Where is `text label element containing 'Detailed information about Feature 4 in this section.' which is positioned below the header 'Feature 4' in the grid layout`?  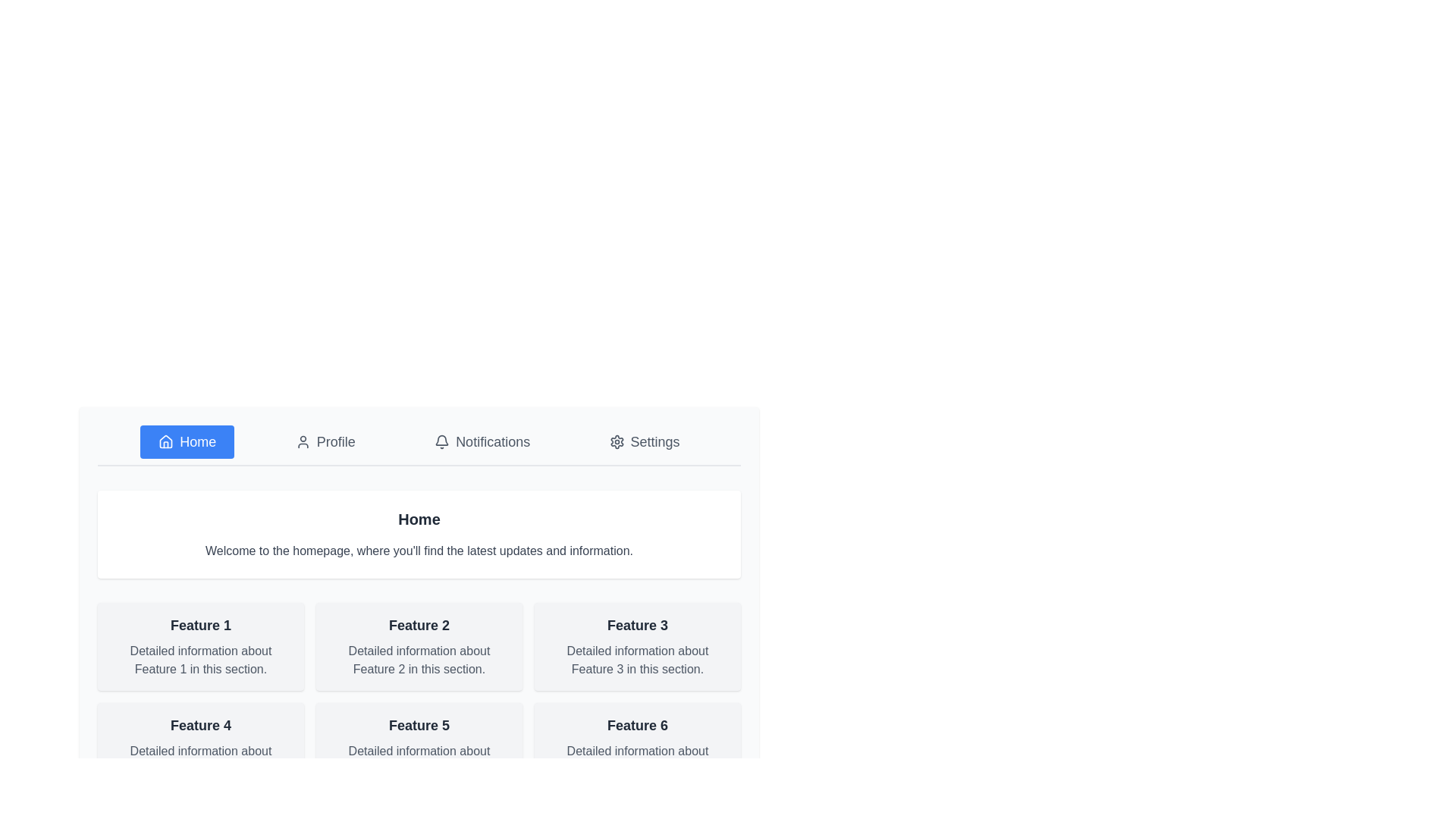
text label element containing 'Detailed information about Feature 4 in this section.' which is positioned below the header 'Feature 4' in the grid layout is located at coordinates (199, 760).